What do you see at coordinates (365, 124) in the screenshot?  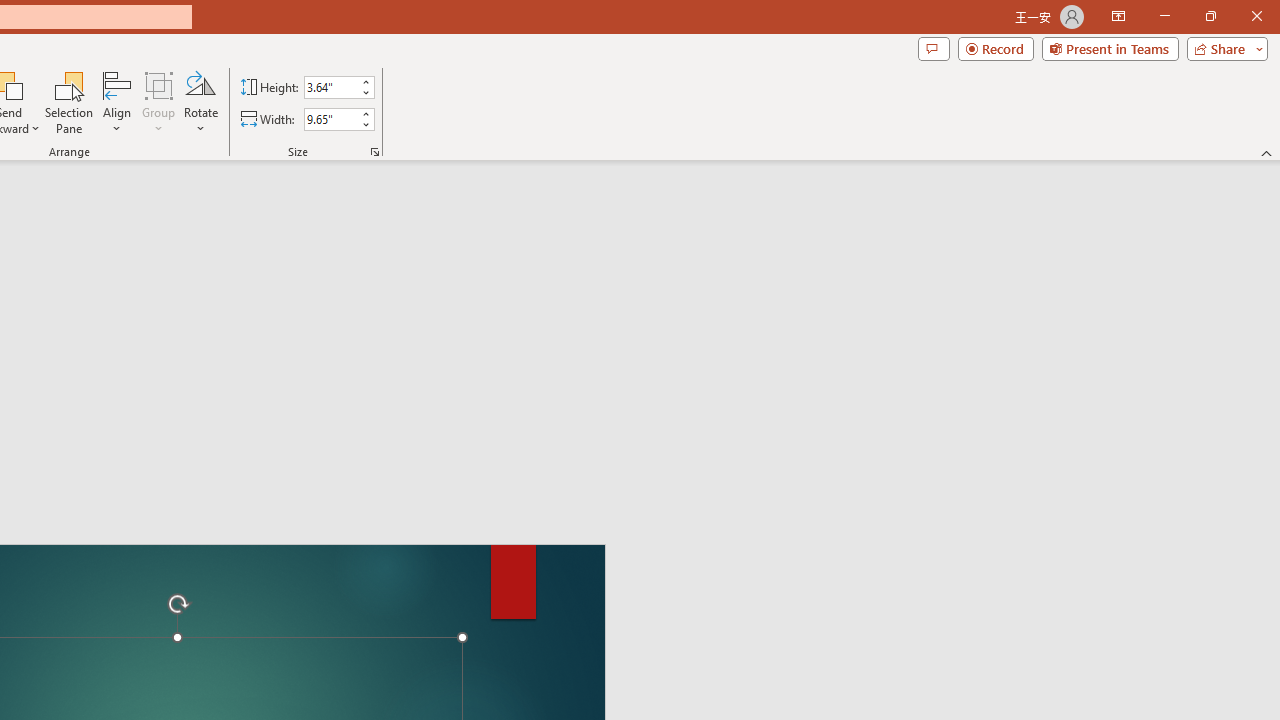 I see `'Less'` at bounding box center [365, 124].